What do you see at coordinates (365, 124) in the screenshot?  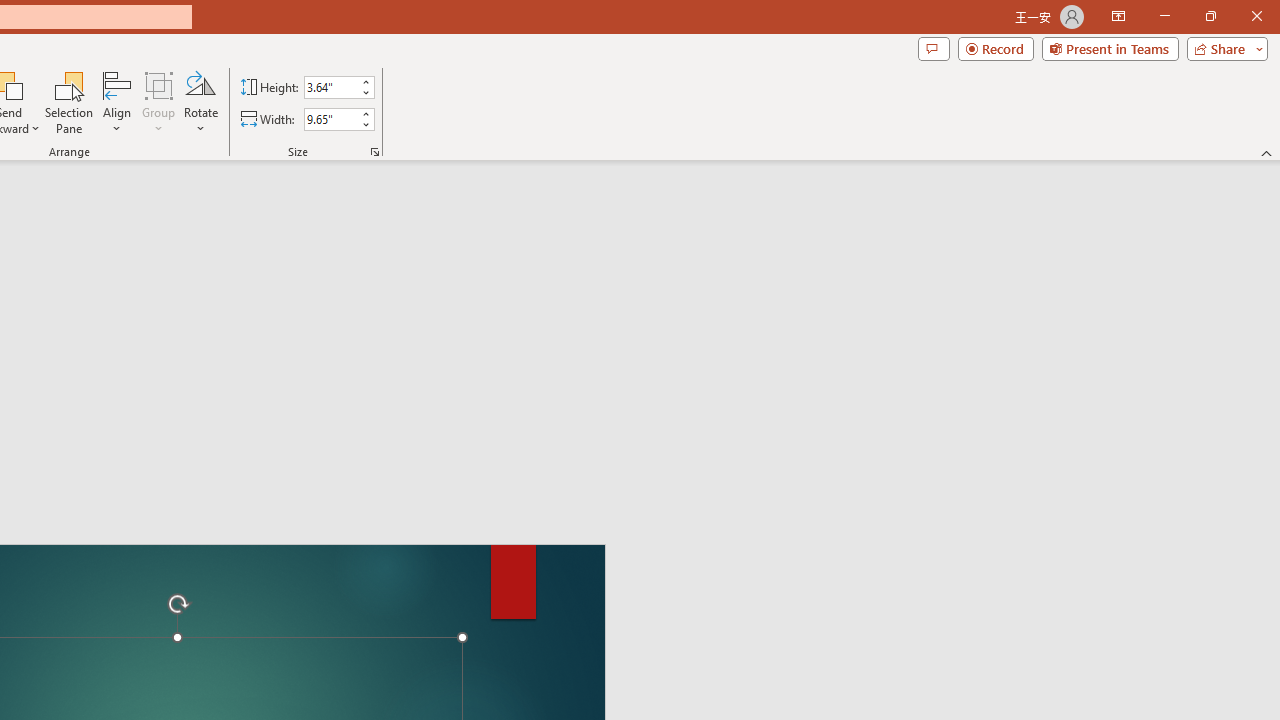 I see `'Less'` at bounding box center [365, 124].